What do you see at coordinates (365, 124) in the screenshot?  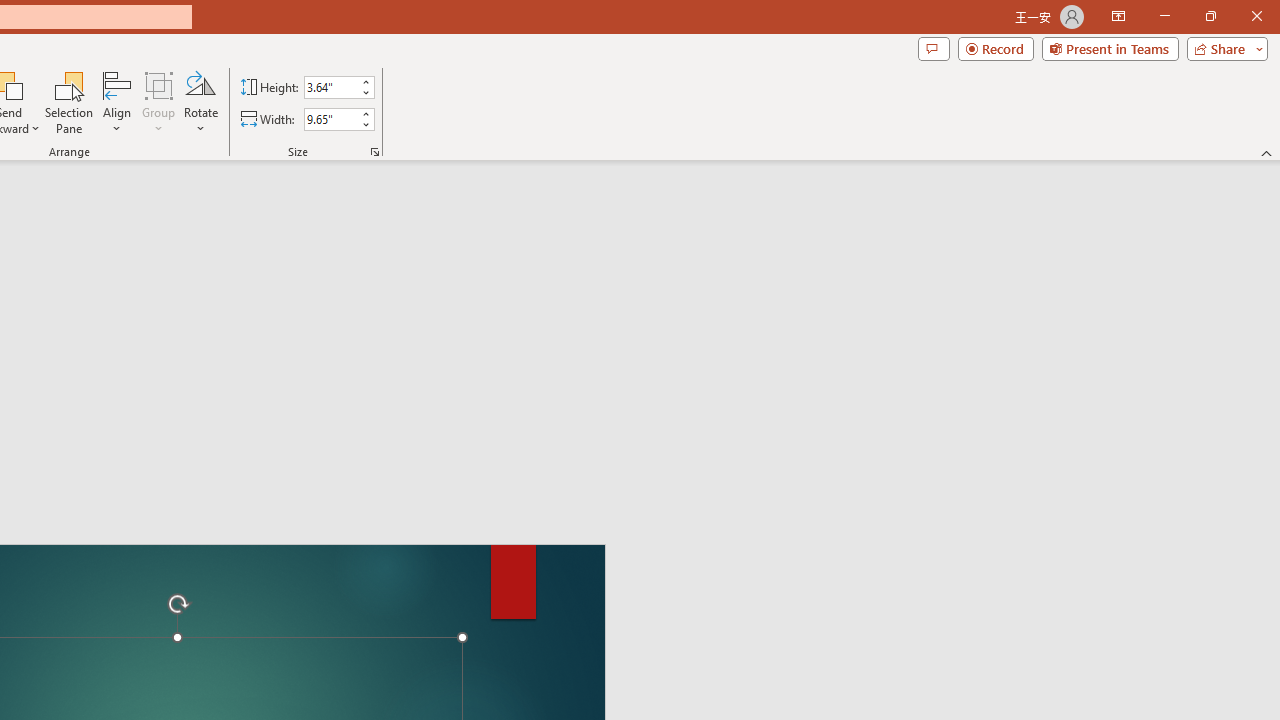 I see `'Less'` at bounding box center [365, 124].